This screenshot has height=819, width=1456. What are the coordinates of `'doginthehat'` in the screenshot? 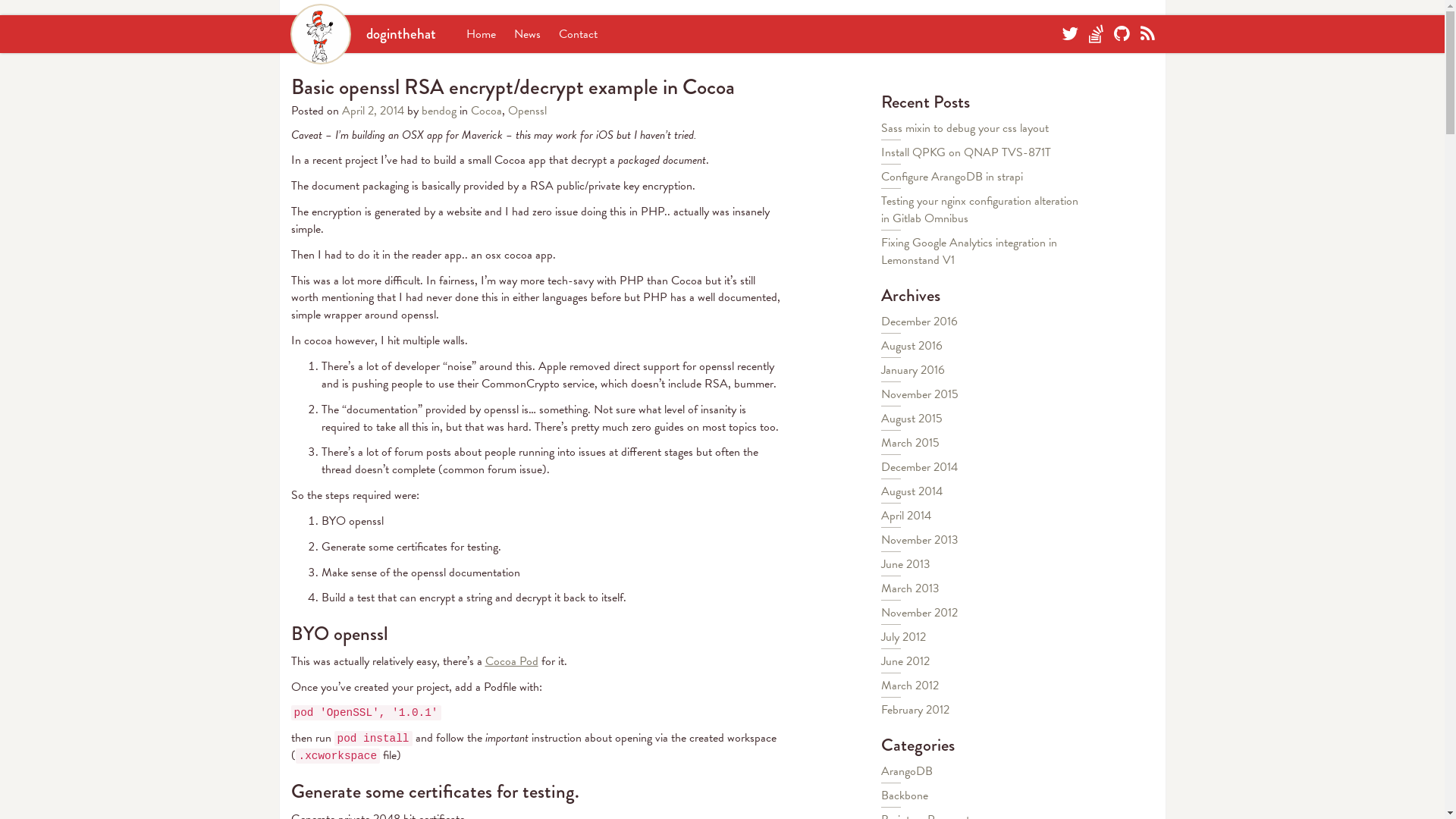 It's located at (362, 33).